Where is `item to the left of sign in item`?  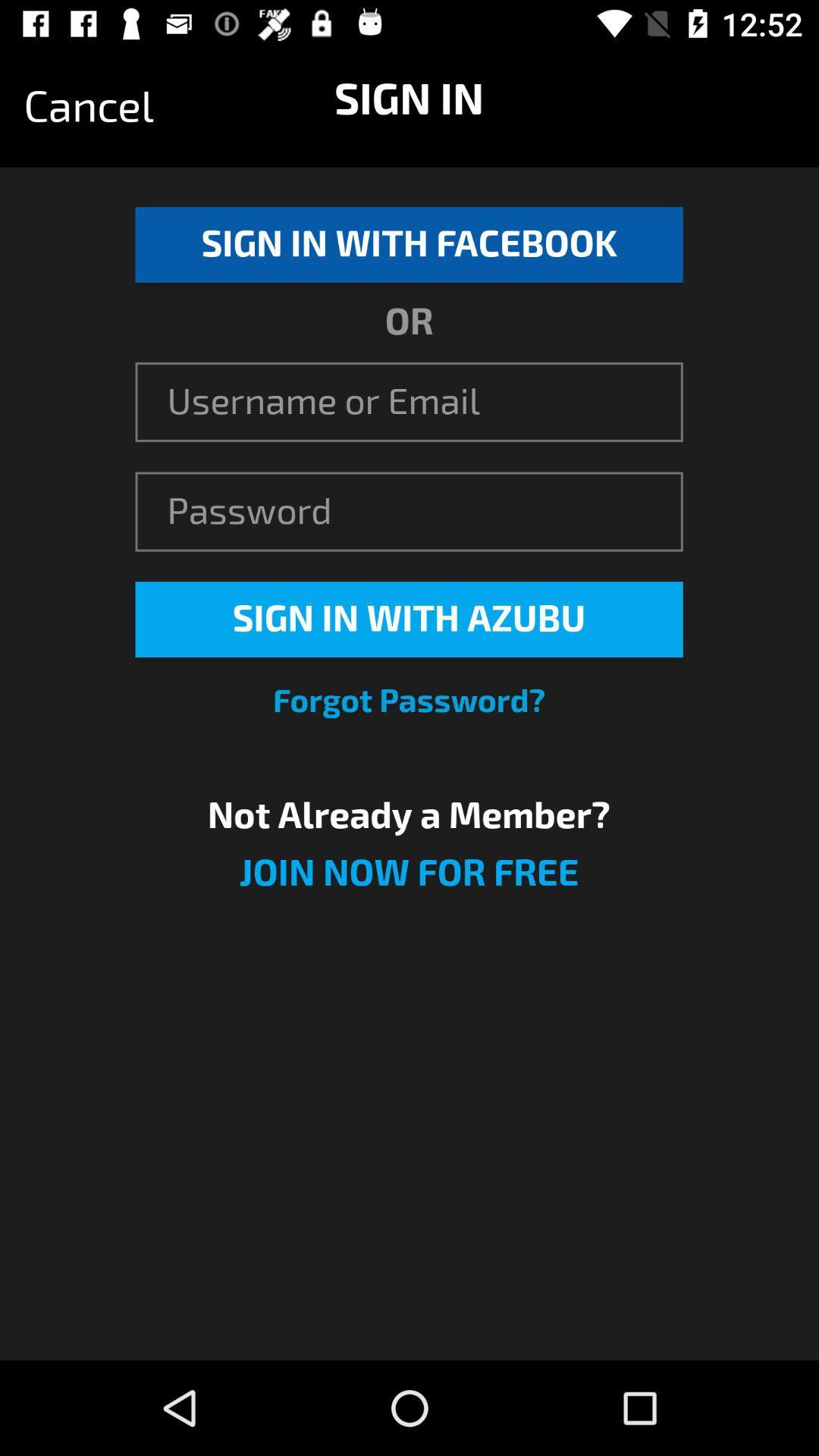 item to the left of sign in item is located at coordinates (89, 106).